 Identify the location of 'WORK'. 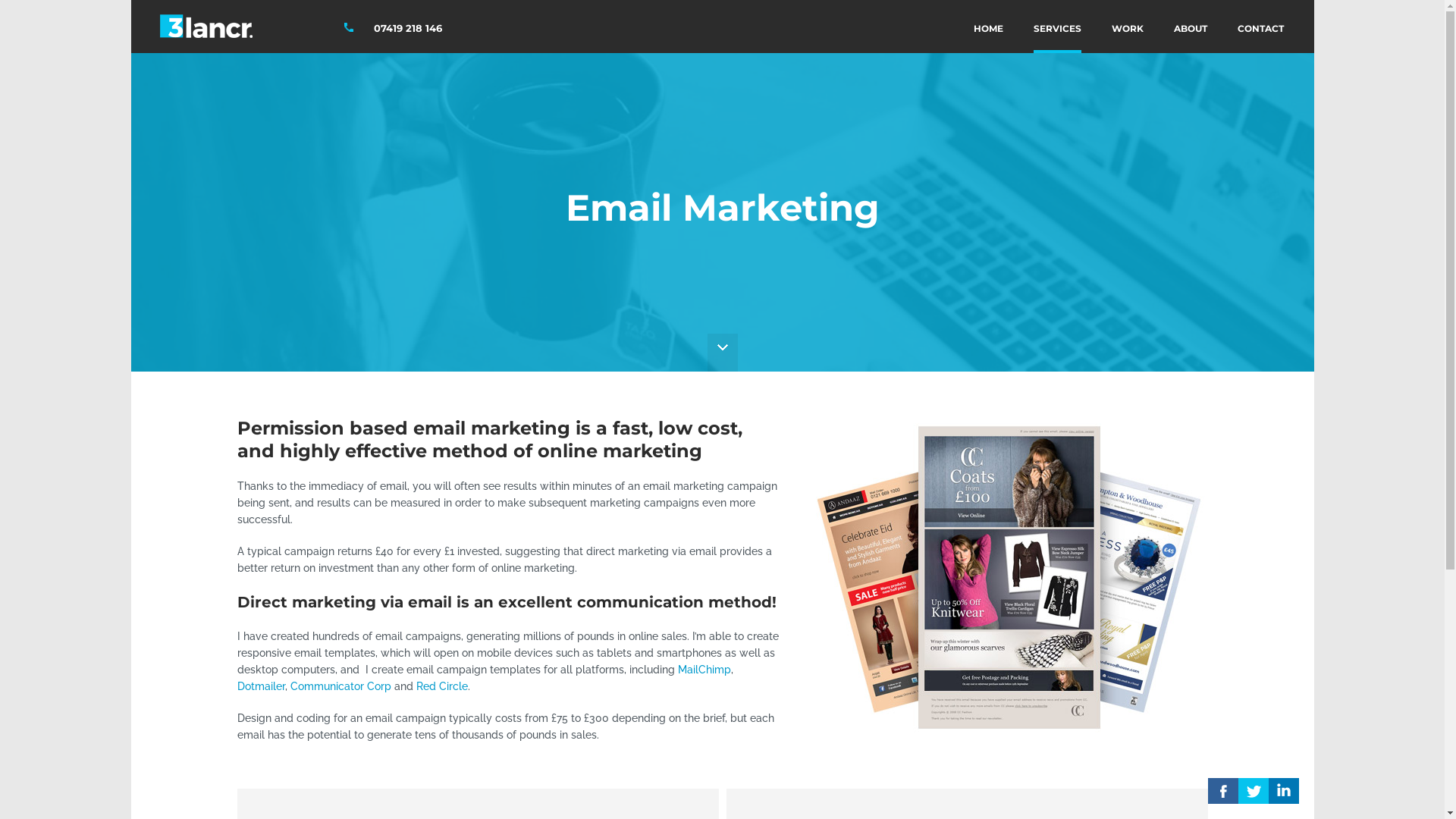
(1128, 26).